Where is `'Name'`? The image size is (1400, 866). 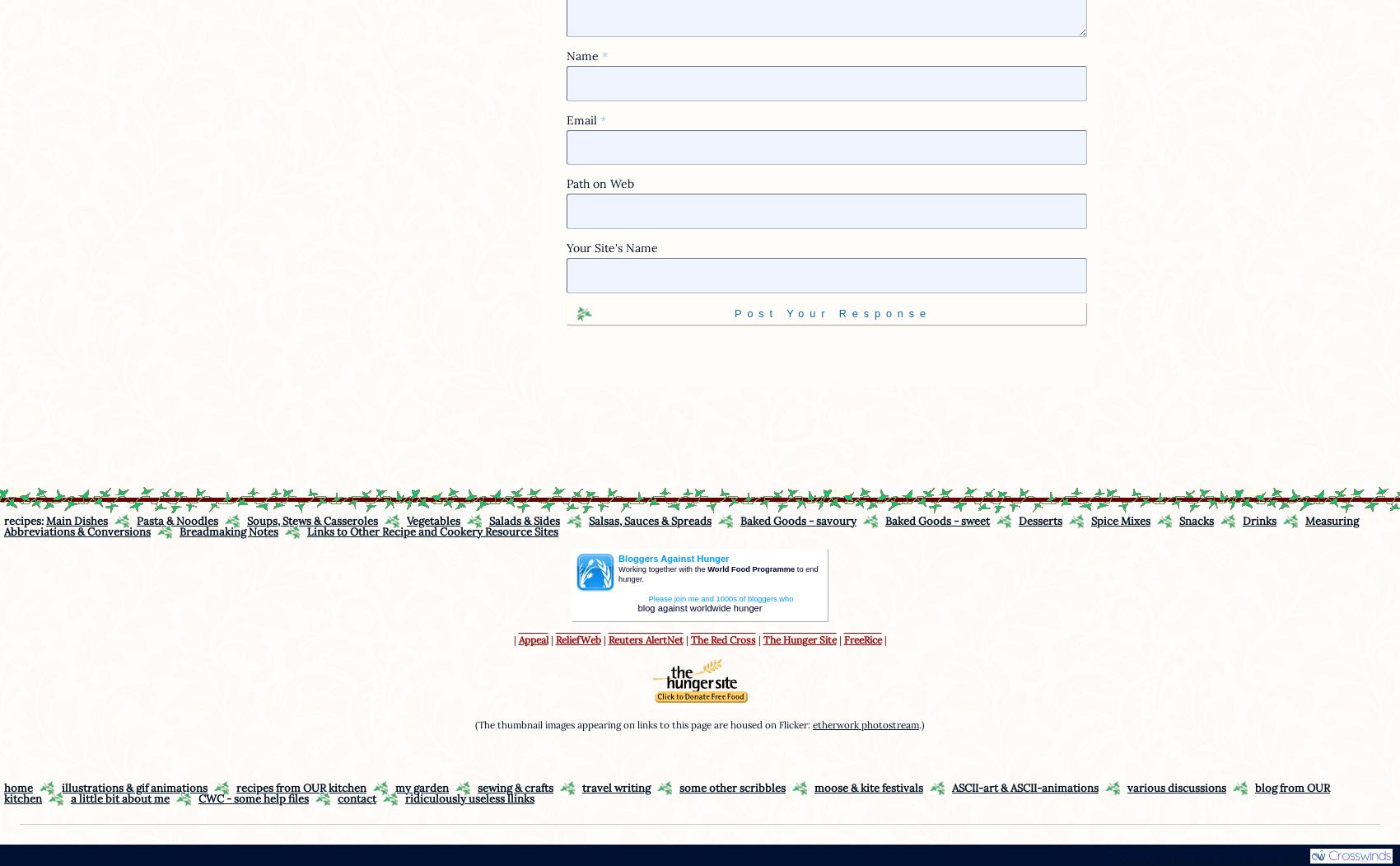 'Name' is located at coordinates (583, 54).